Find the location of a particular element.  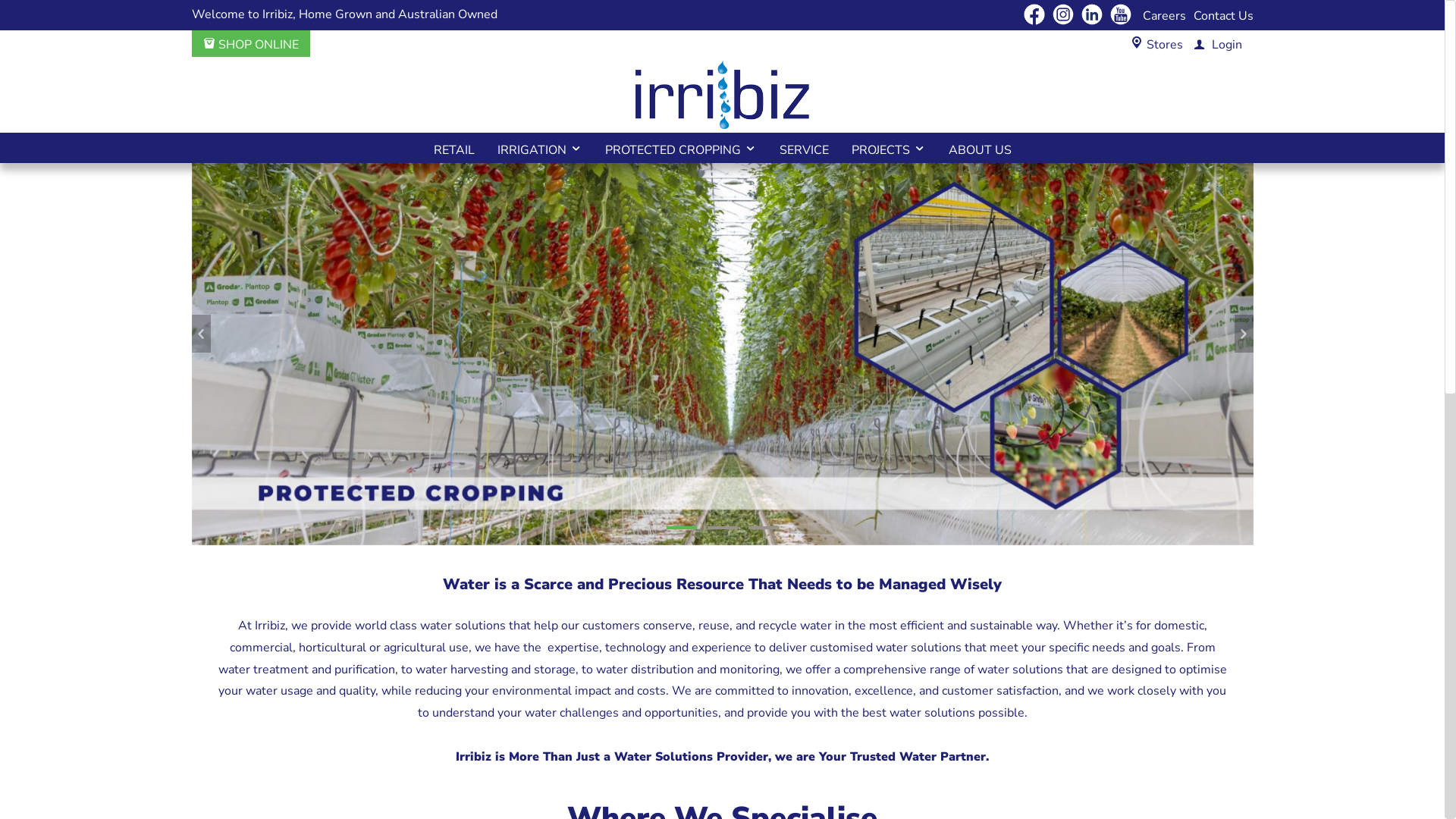

'Login' is located at coordinates (1182, 43).